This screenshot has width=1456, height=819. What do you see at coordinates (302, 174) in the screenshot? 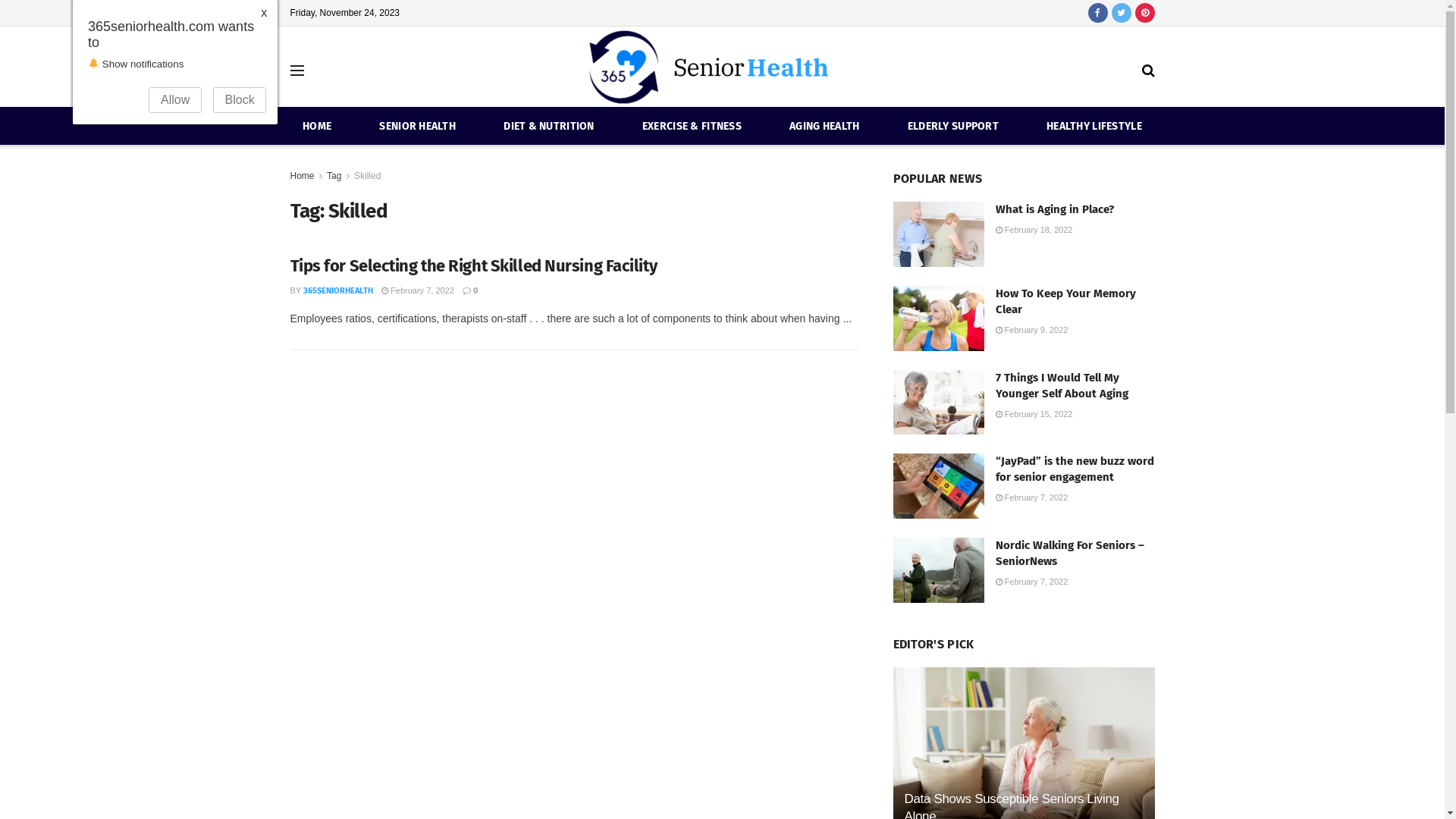
I see `'Home'` at bounding box center [302, 174].